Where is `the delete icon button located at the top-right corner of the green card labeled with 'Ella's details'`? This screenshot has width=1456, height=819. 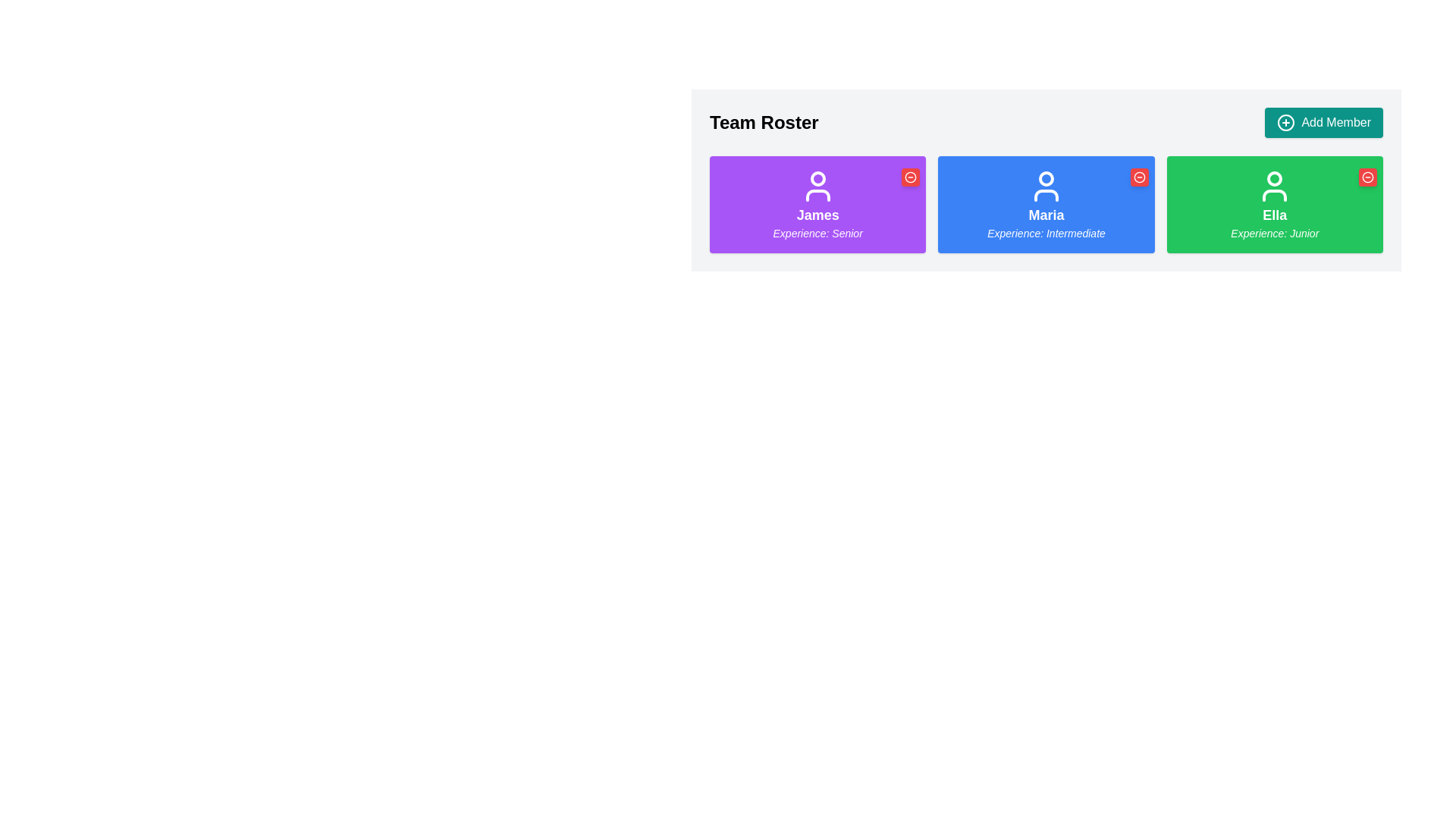 the delete icon button located at the top-right corner of the green card labeled with 'Ella's details' is located at coordinates (1368, 177).